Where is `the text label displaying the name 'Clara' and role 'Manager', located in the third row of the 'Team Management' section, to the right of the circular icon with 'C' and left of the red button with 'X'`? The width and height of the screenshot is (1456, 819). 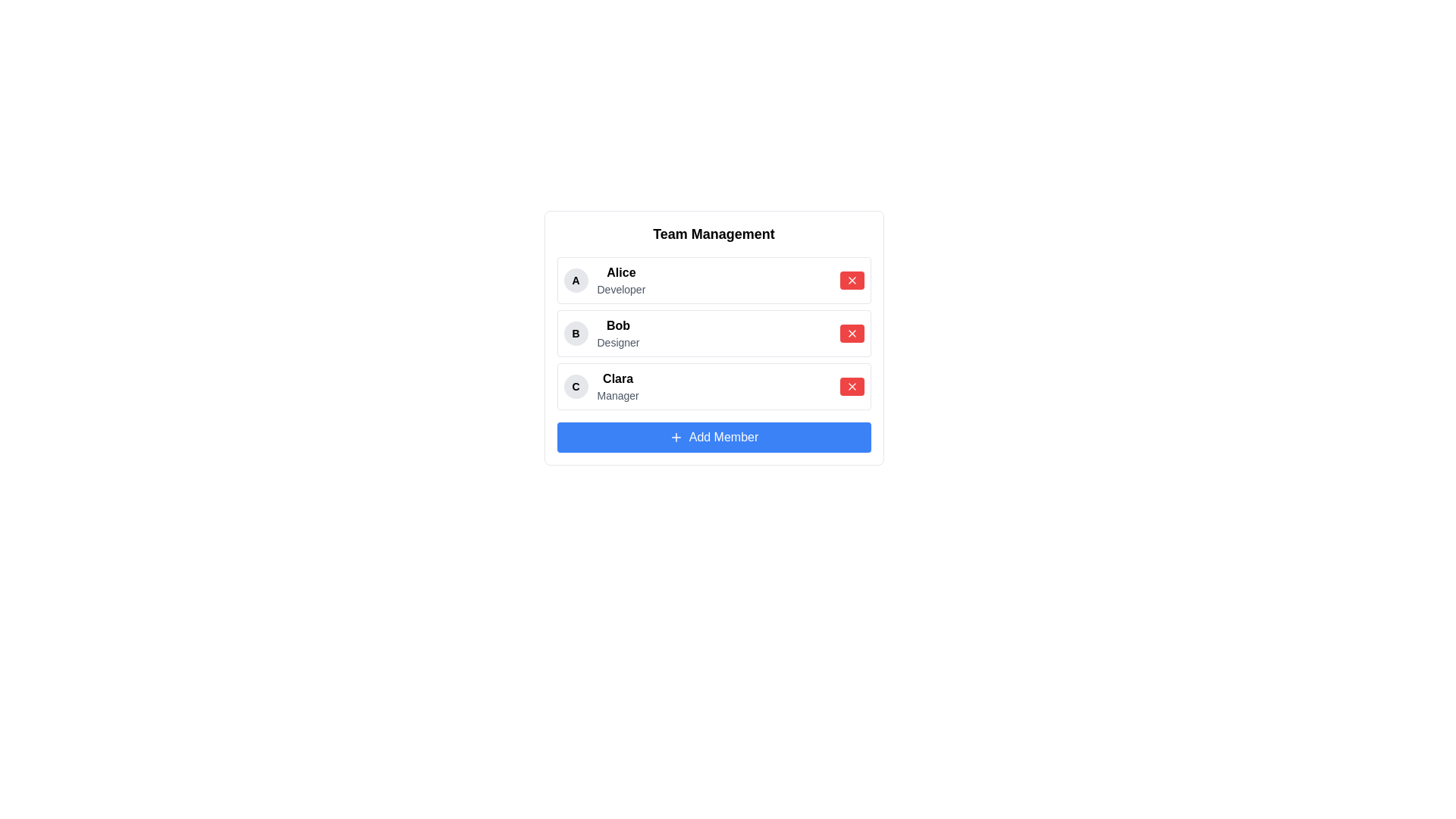 the text label displaying the name 'Clara' and role 'Manager', located in the third row of the 'Team Management' section, to the right of the circular icon with 'C' and left of the red button with 'X' is located at coordinates (618, 385).